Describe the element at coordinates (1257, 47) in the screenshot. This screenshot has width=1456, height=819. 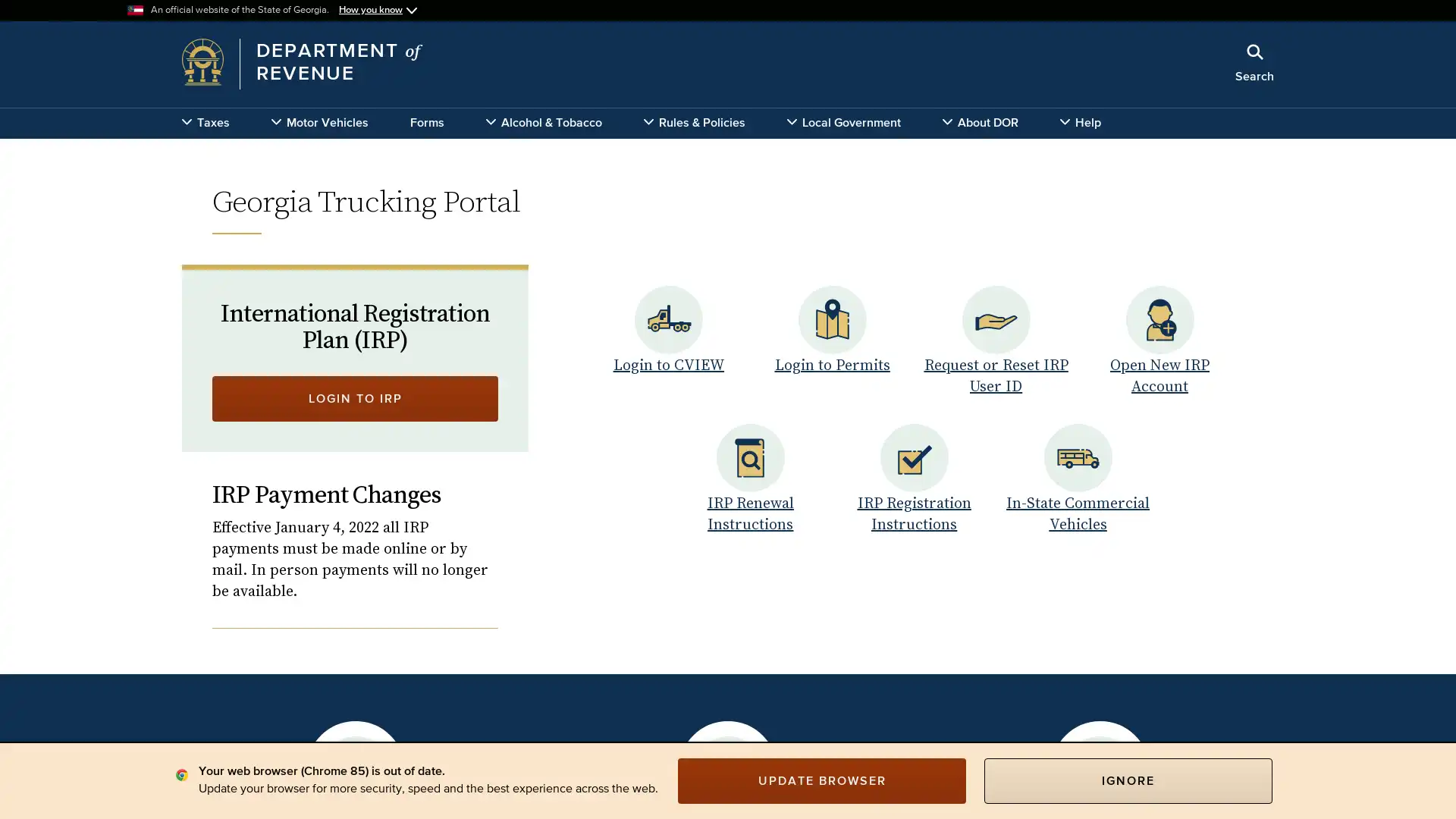
I see `Close` at that location.